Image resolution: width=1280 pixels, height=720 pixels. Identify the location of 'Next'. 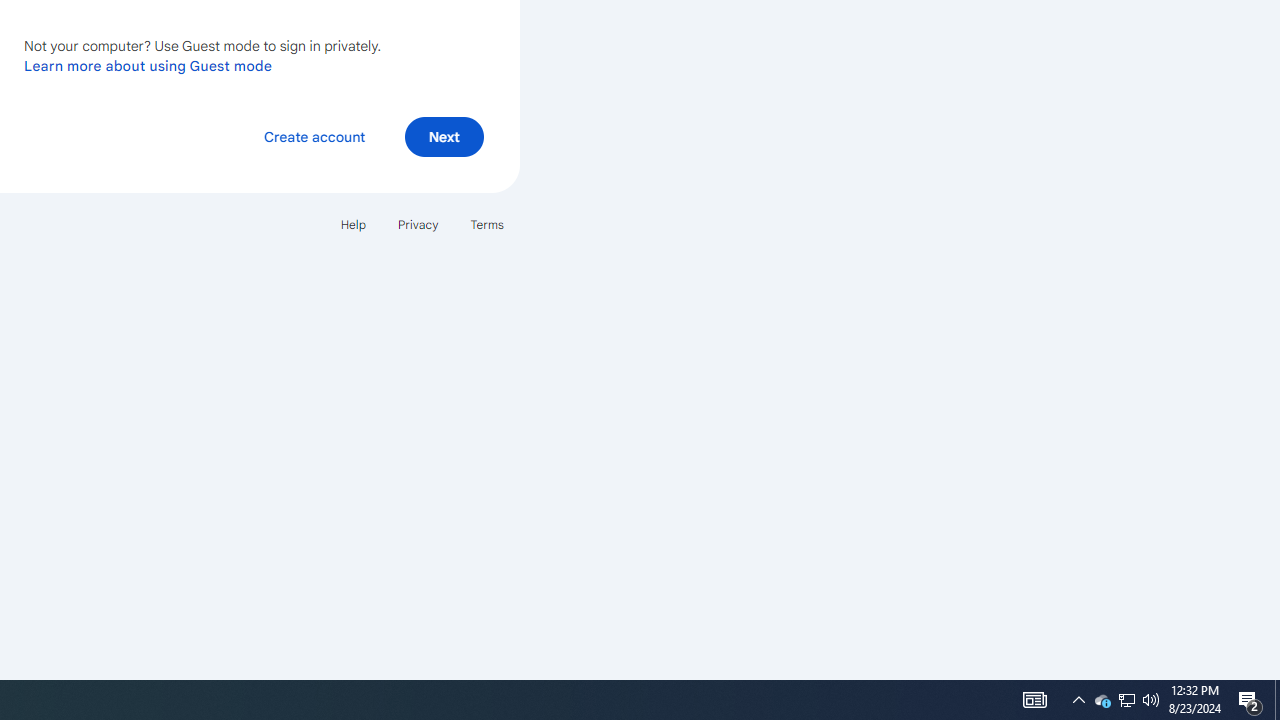
(443, 135).